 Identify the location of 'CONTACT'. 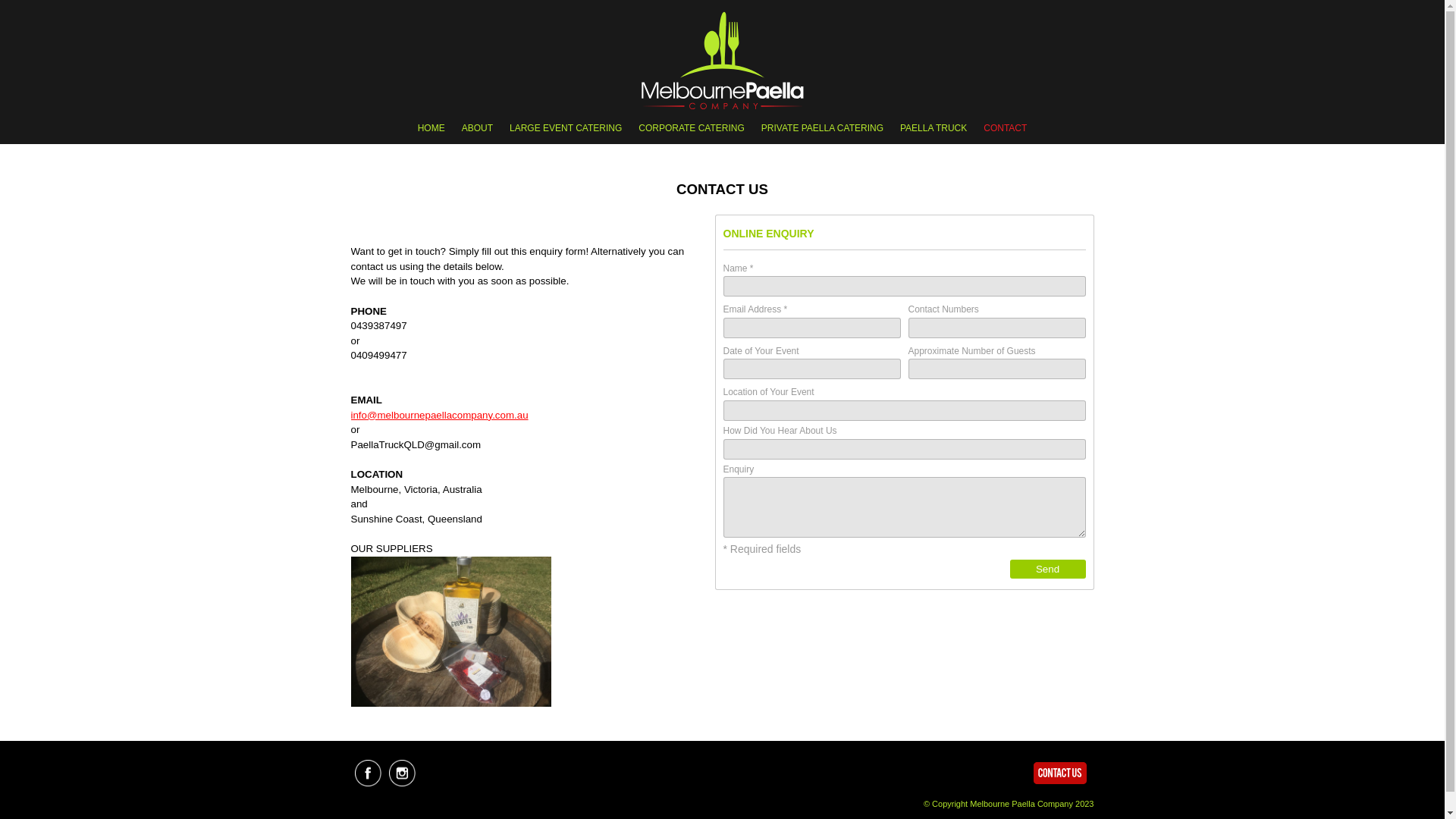
(975, 127).